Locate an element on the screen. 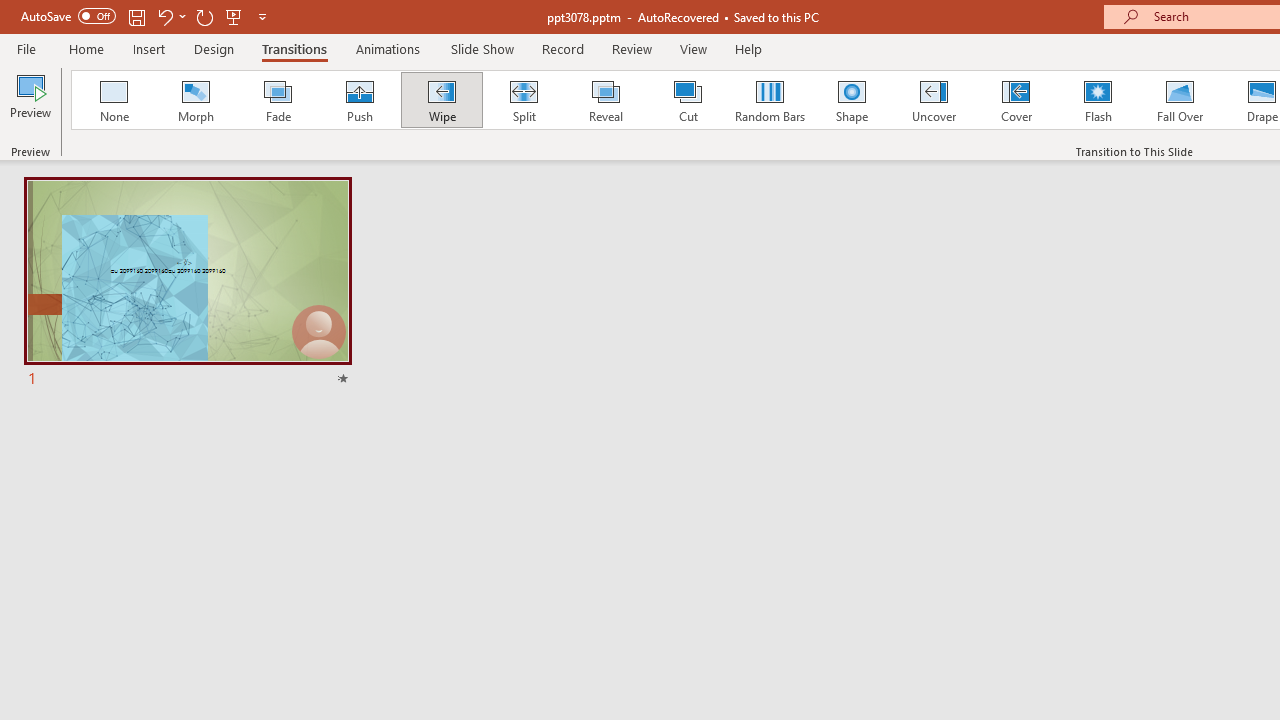 This screenshot has height=720, width=1280. 'Uncover' is located at coordinates (933, 100).